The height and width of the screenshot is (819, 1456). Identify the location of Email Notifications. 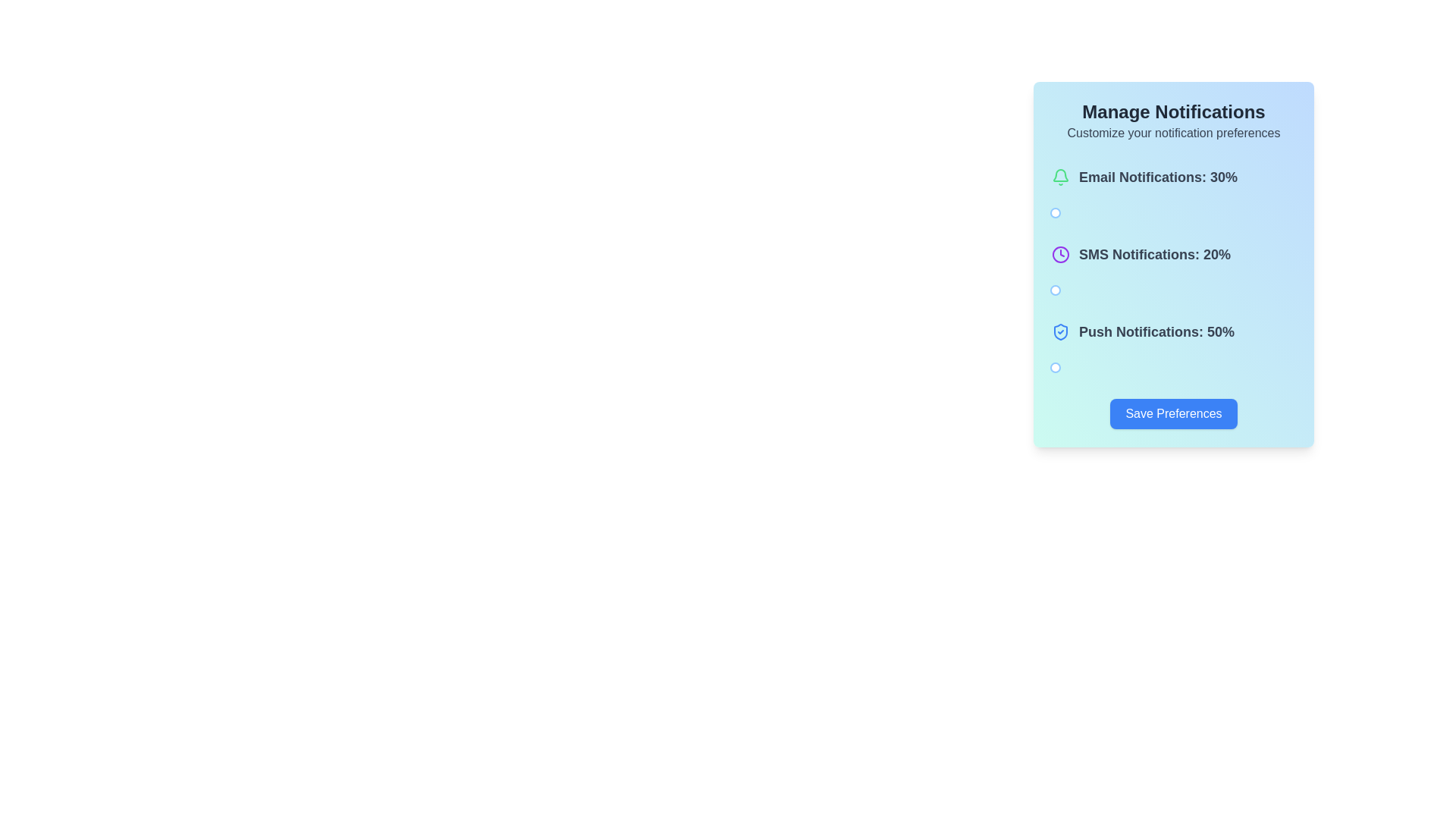
(1106, 213).